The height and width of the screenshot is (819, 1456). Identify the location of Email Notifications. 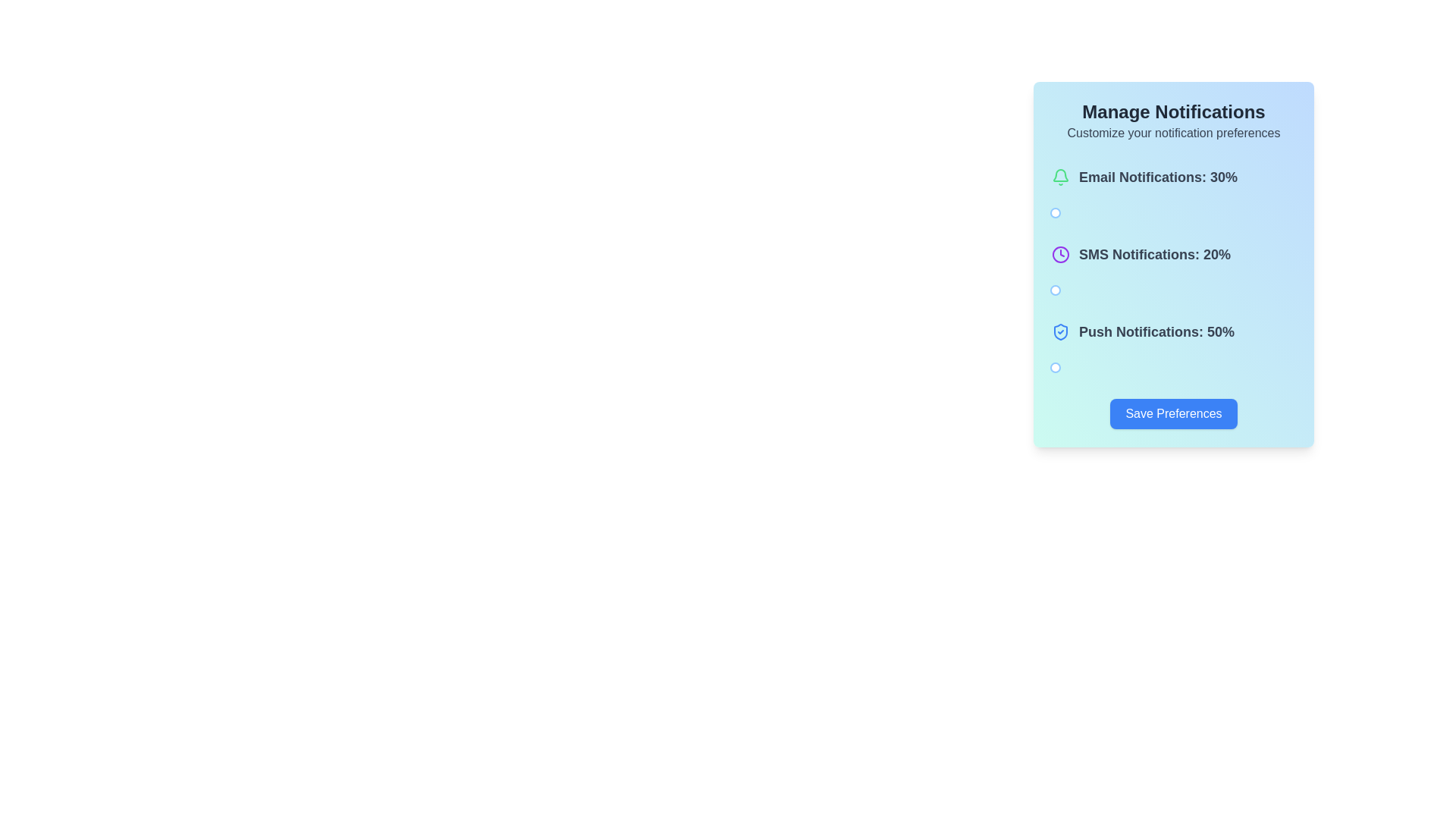
(1106, 213).